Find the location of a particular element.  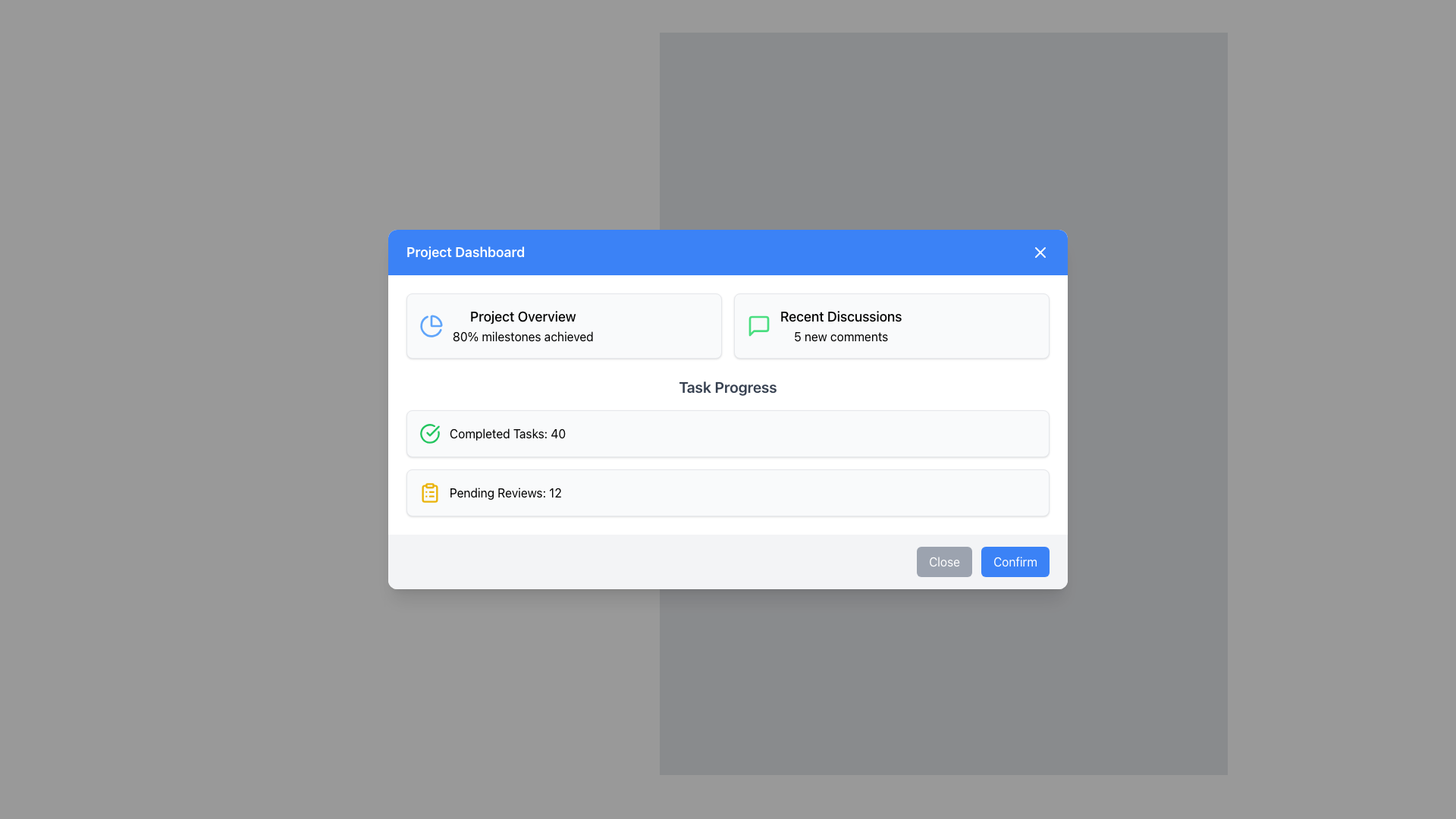

the close button located on the bottom-right of the dialog, next to the 'Confirm' button is located at coordinates (943, 561).